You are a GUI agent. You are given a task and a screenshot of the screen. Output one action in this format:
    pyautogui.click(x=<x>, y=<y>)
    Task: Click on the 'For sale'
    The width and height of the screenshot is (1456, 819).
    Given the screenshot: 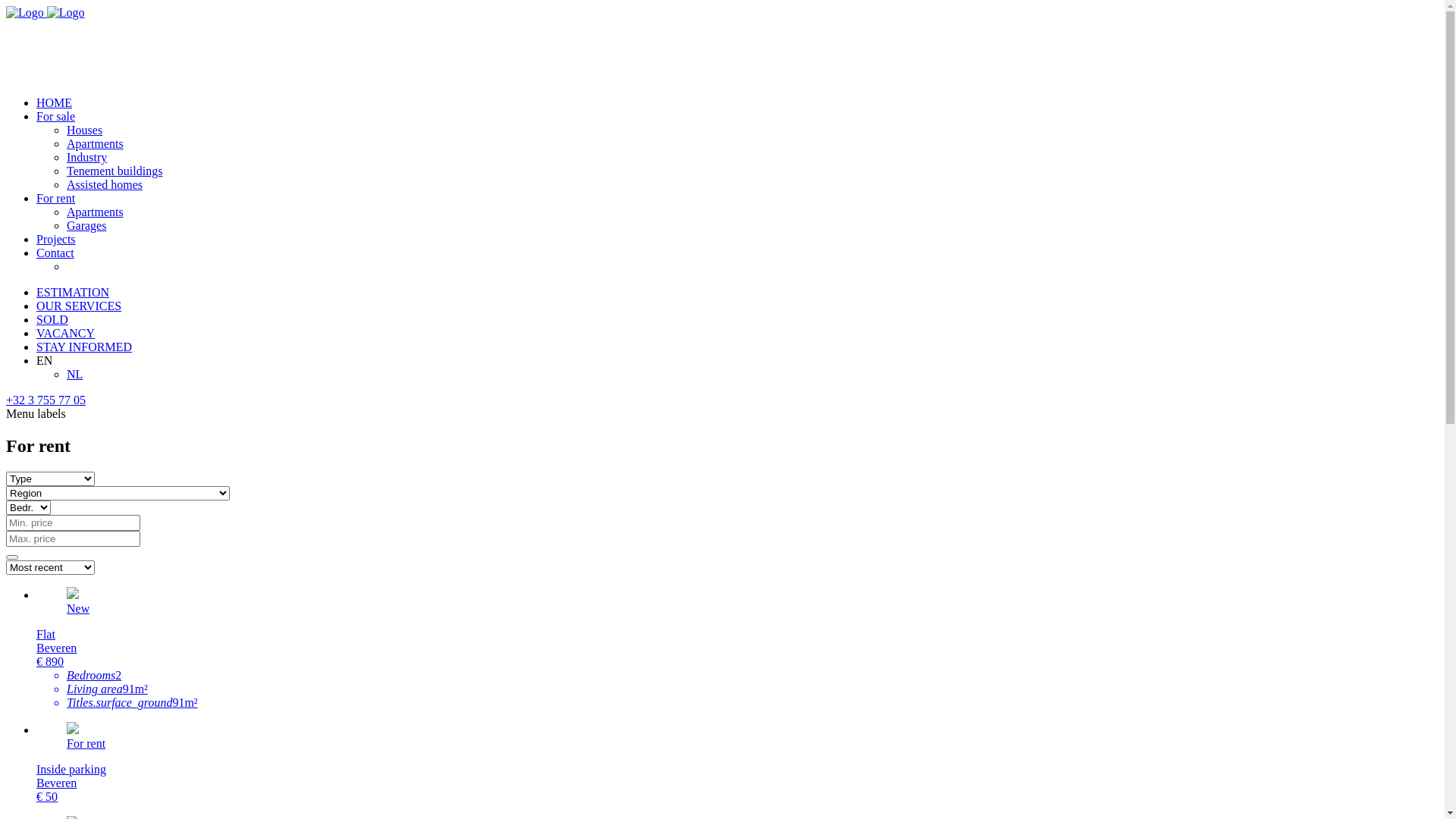 What is the action you would take?
    pyautogui.click(x=55, y=115)
    